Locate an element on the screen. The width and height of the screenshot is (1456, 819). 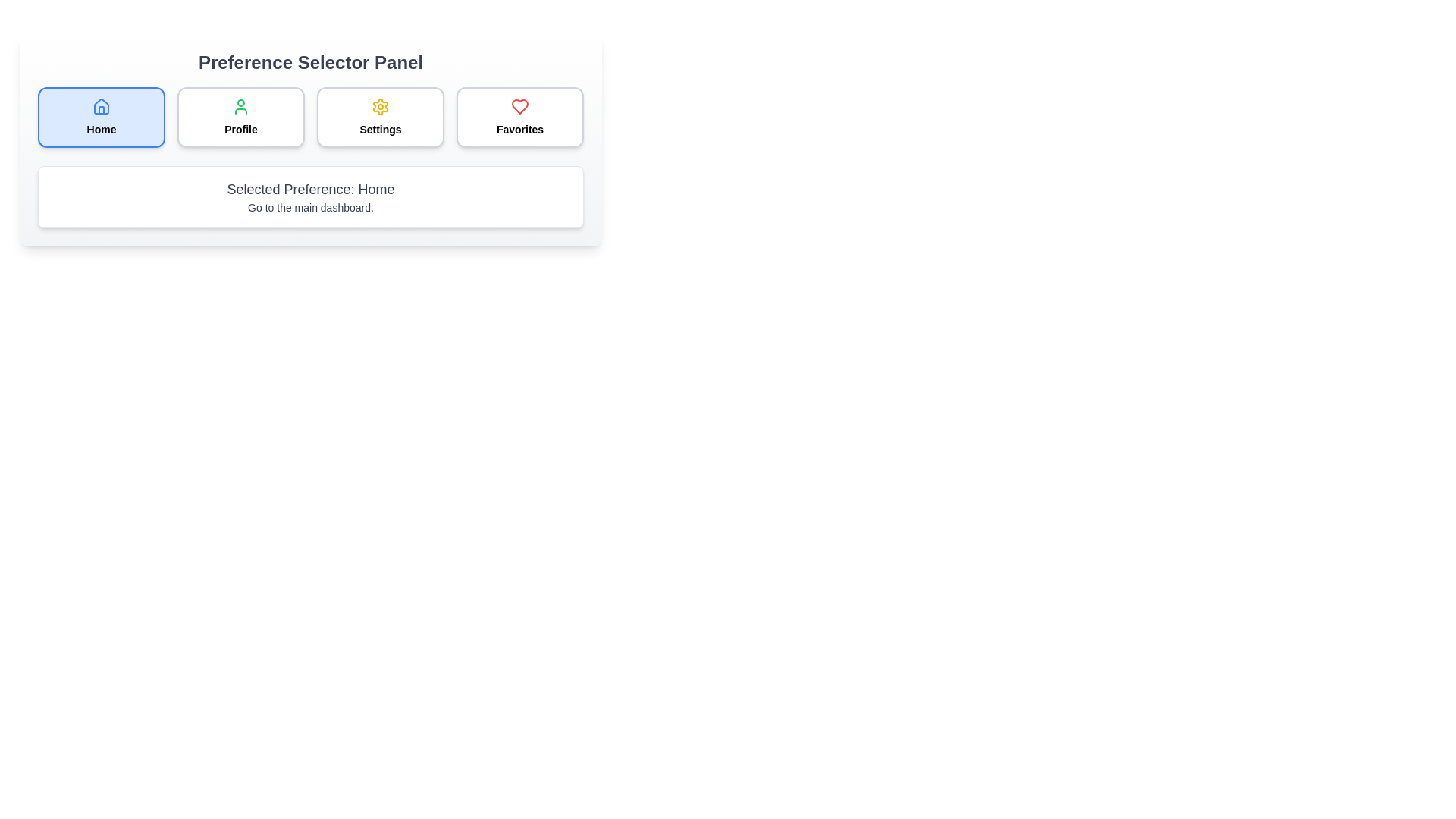
the heart icon representing 'Favorites', which is located at the top center of the button labeled 'Favorites' in the top-right section of the interface is located at coordinates (520, 106).